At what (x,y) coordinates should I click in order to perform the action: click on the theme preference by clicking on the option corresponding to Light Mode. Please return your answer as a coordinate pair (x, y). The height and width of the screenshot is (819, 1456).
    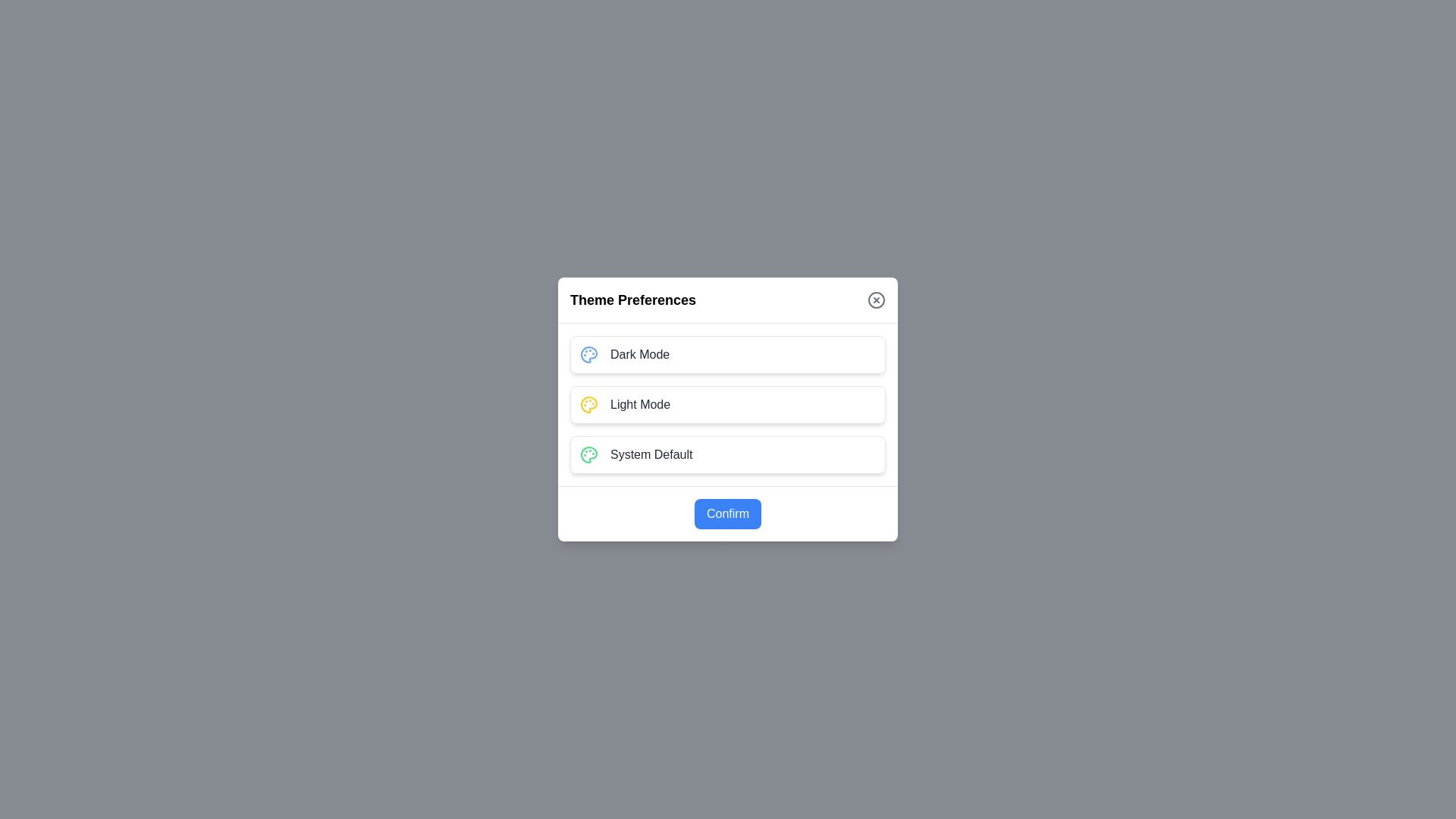
    Looking at the image, I should click on (728, 403).